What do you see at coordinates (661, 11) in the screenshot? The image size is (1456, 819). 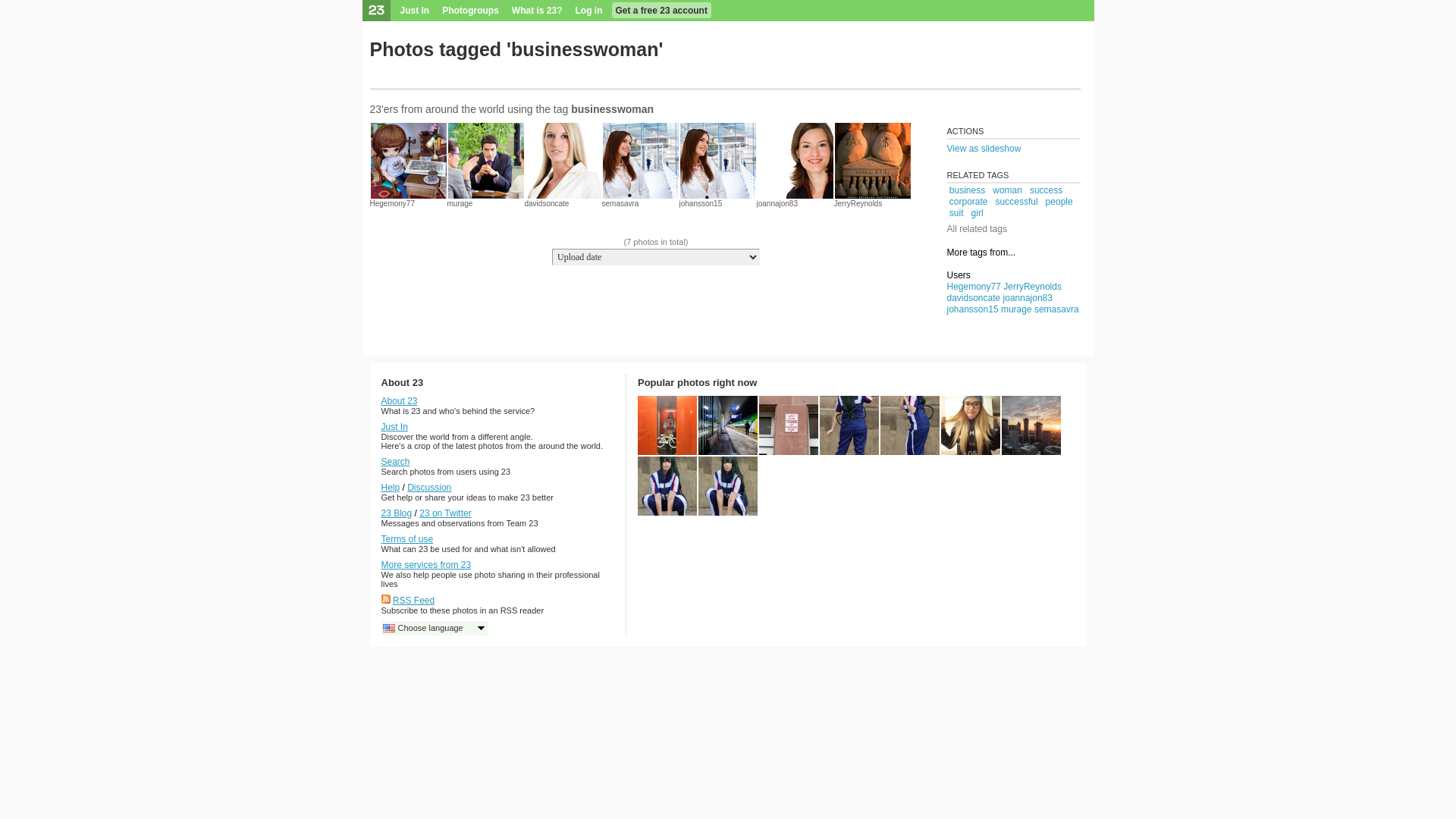 I see `'Get a free 23 account'` at bounding box center [661, 11].